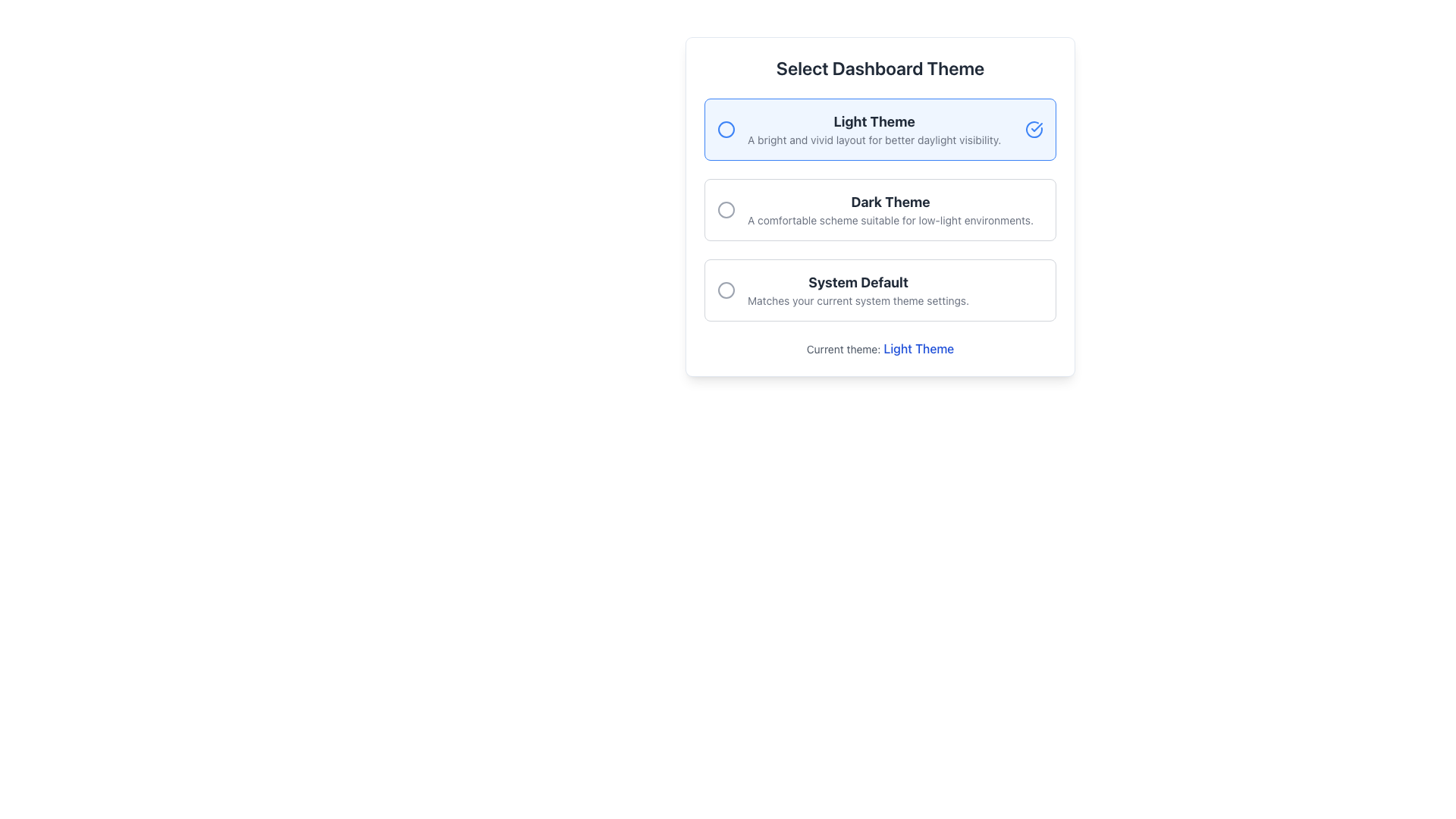 The width and height of the screenshot is (1456, 819). I want to click on text label that says 'A bright and vivid layout for better daylight visibility.' located below the 'Light Theme' title in the 'Select Dashboard Theme' interface, so click(874, 140).